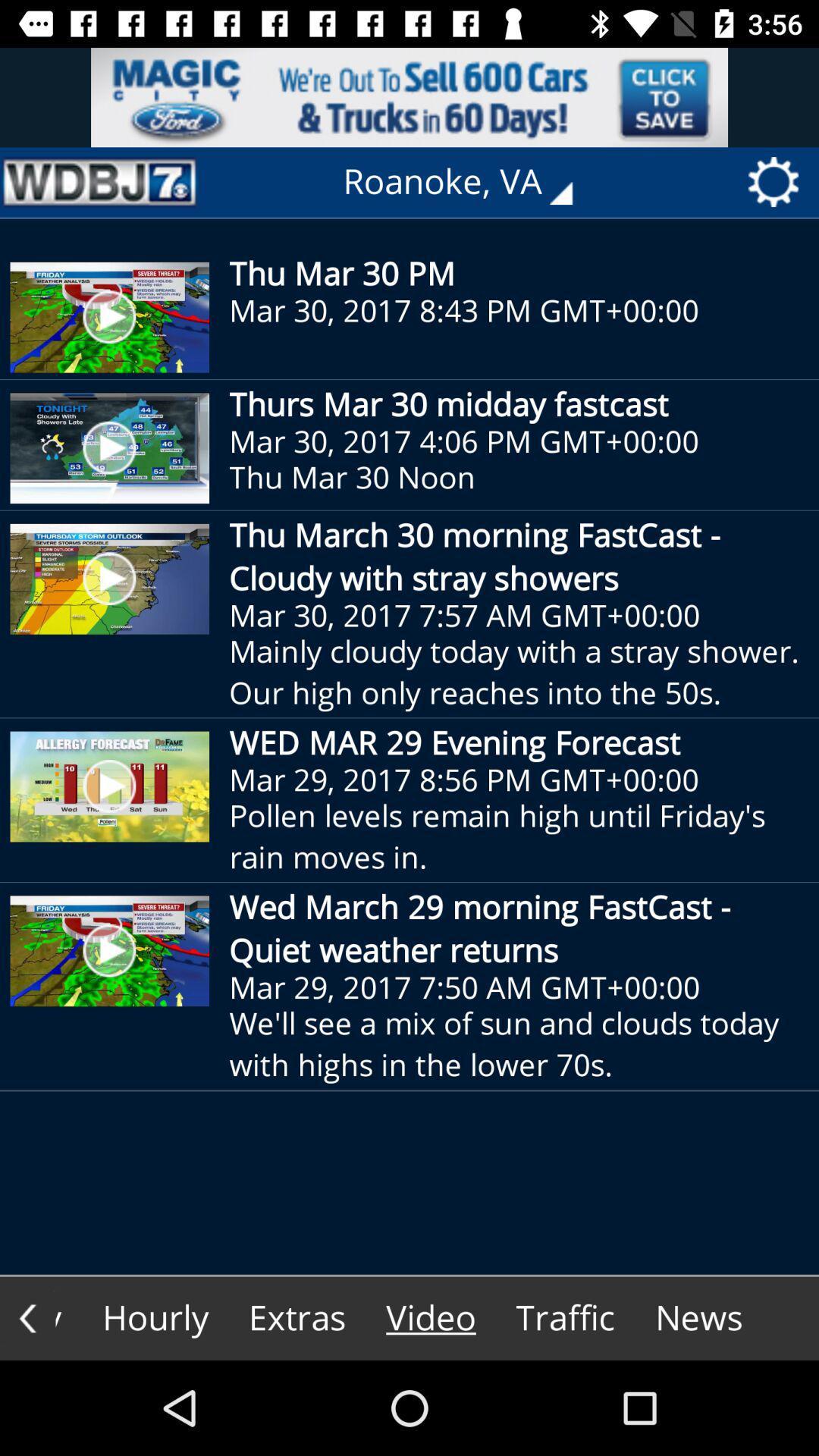 Image resolution: width=819 pixels, height=1456 pixels. I want to click on the arrow_backward icon, so click(27, 1317).